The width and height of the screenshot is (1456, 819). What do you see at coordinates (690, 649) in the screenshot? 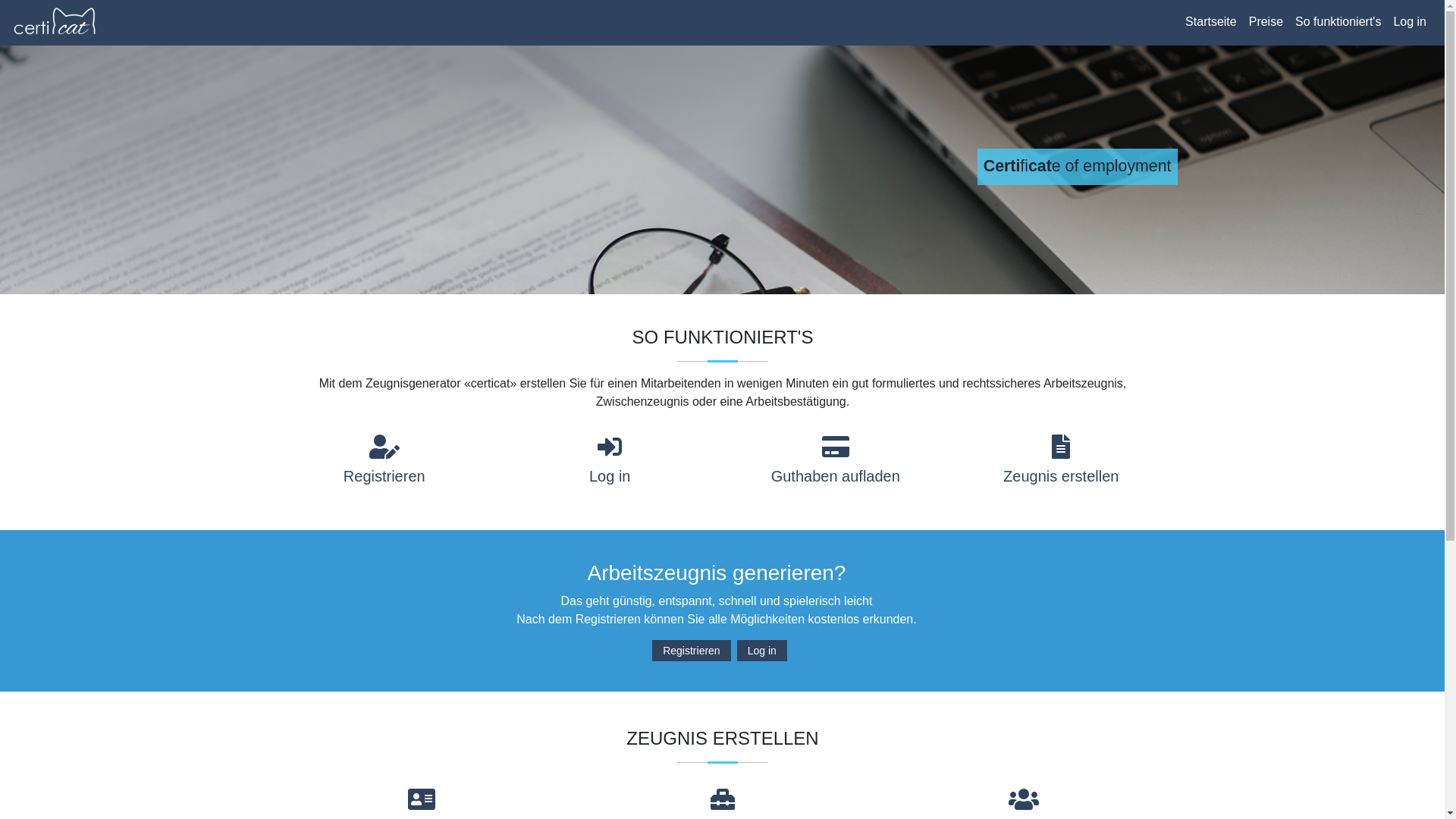
I see `'Registrieren'` at bounding box center [690, 649].